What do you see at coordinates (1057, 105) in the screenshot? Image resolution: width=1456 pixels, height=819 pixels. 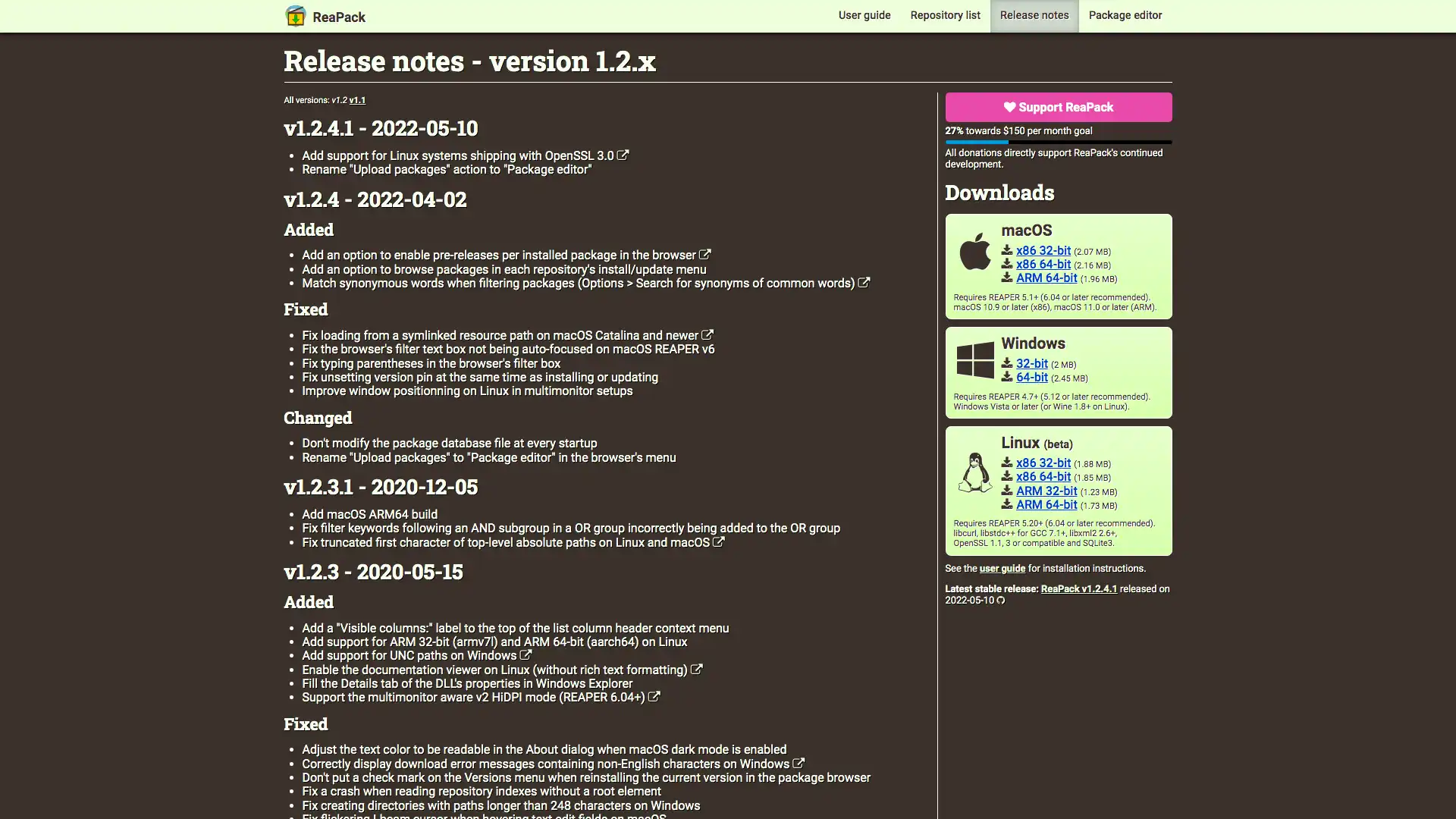 I see `Support ReaPack` at bounding box center [1057, 105].